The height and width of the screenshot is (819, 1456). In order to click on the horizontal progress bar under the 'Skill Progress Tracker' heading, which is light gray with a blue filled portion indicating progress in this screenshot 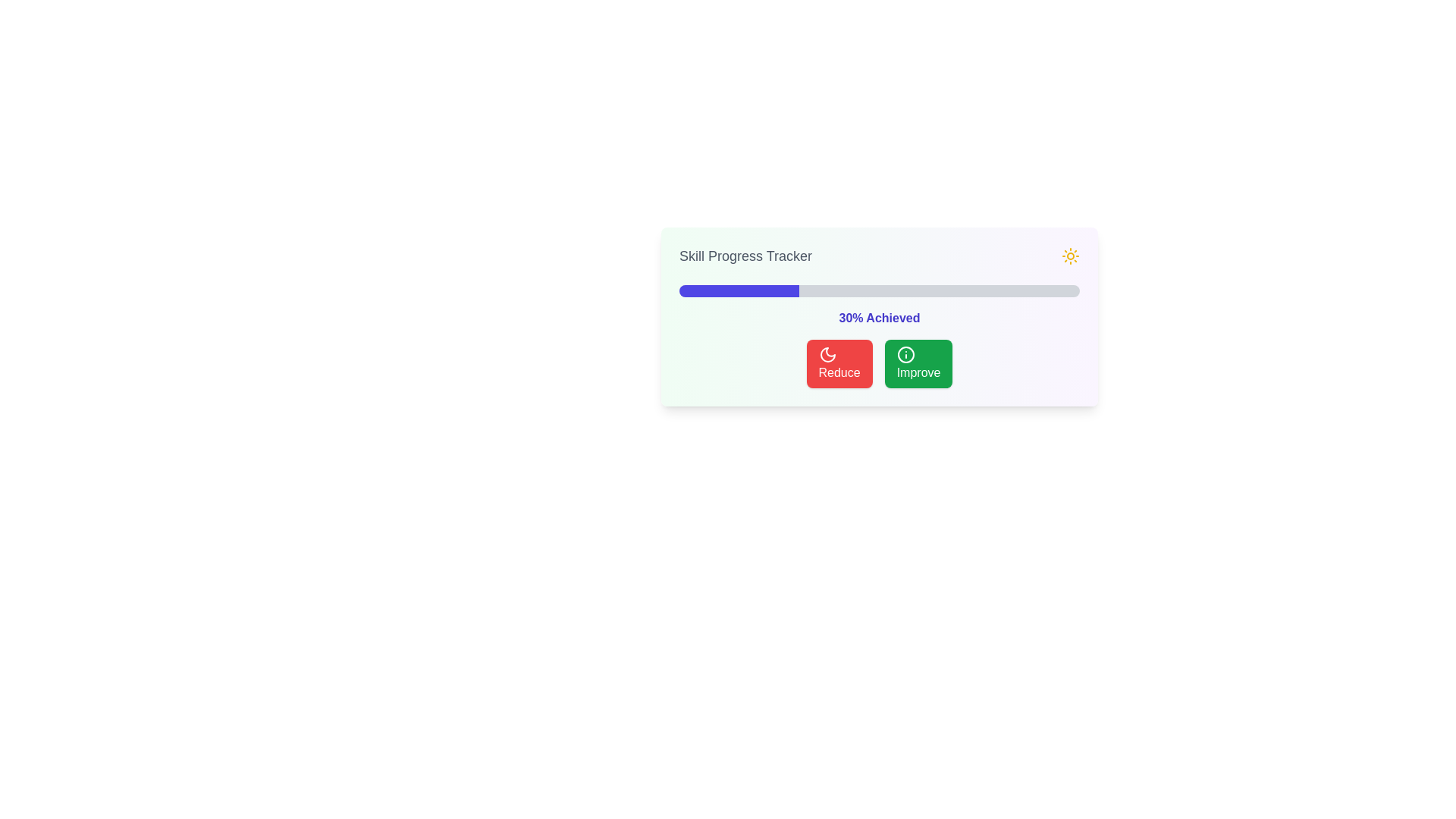, I will do `click(880, 291)`.